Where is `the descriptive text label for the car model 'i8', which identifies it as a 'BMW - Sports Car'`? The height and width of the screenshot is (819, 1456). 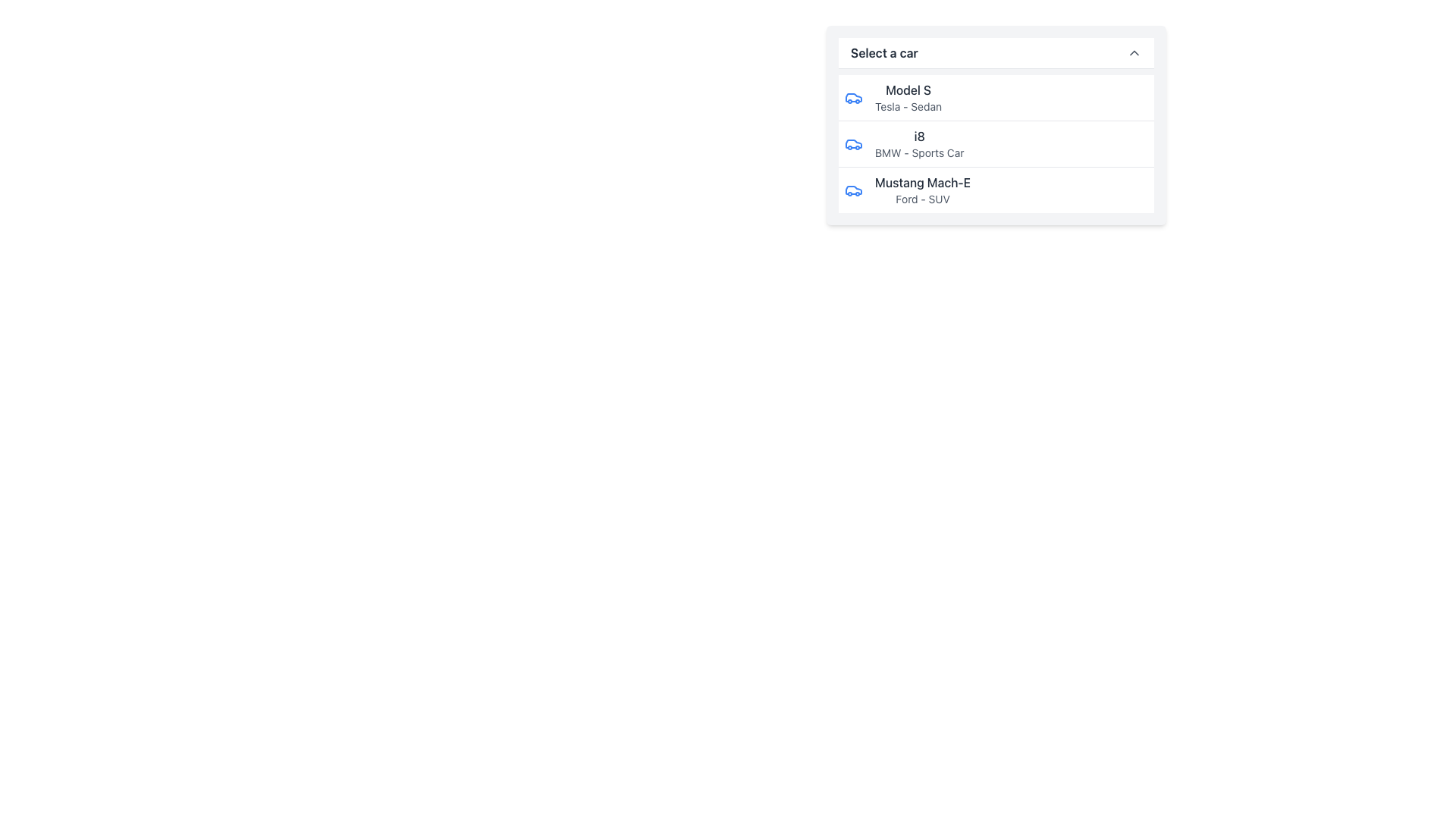
the descriptive text label for the car model 'i8', which identifies it as a 'BMW - Sports Car' is located at coordinates (918, 152).